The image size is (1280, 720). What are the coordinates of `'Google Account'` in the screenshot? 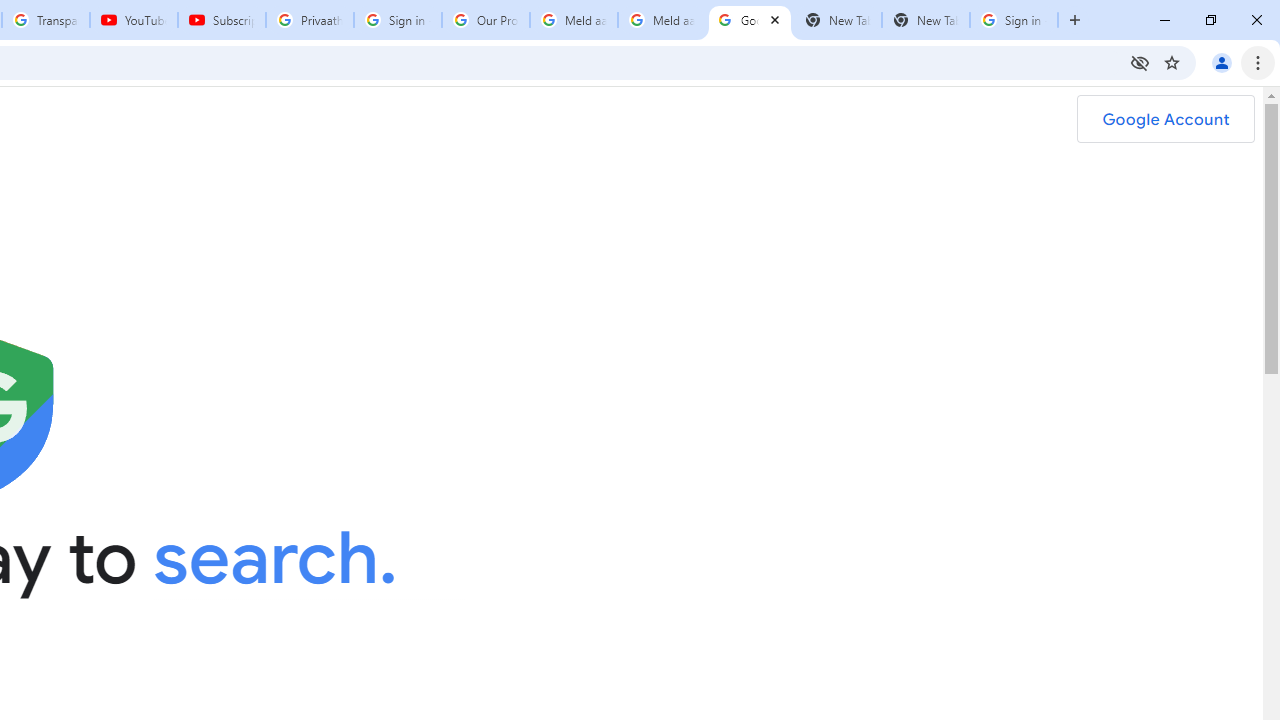 It's located at (1165, 119).